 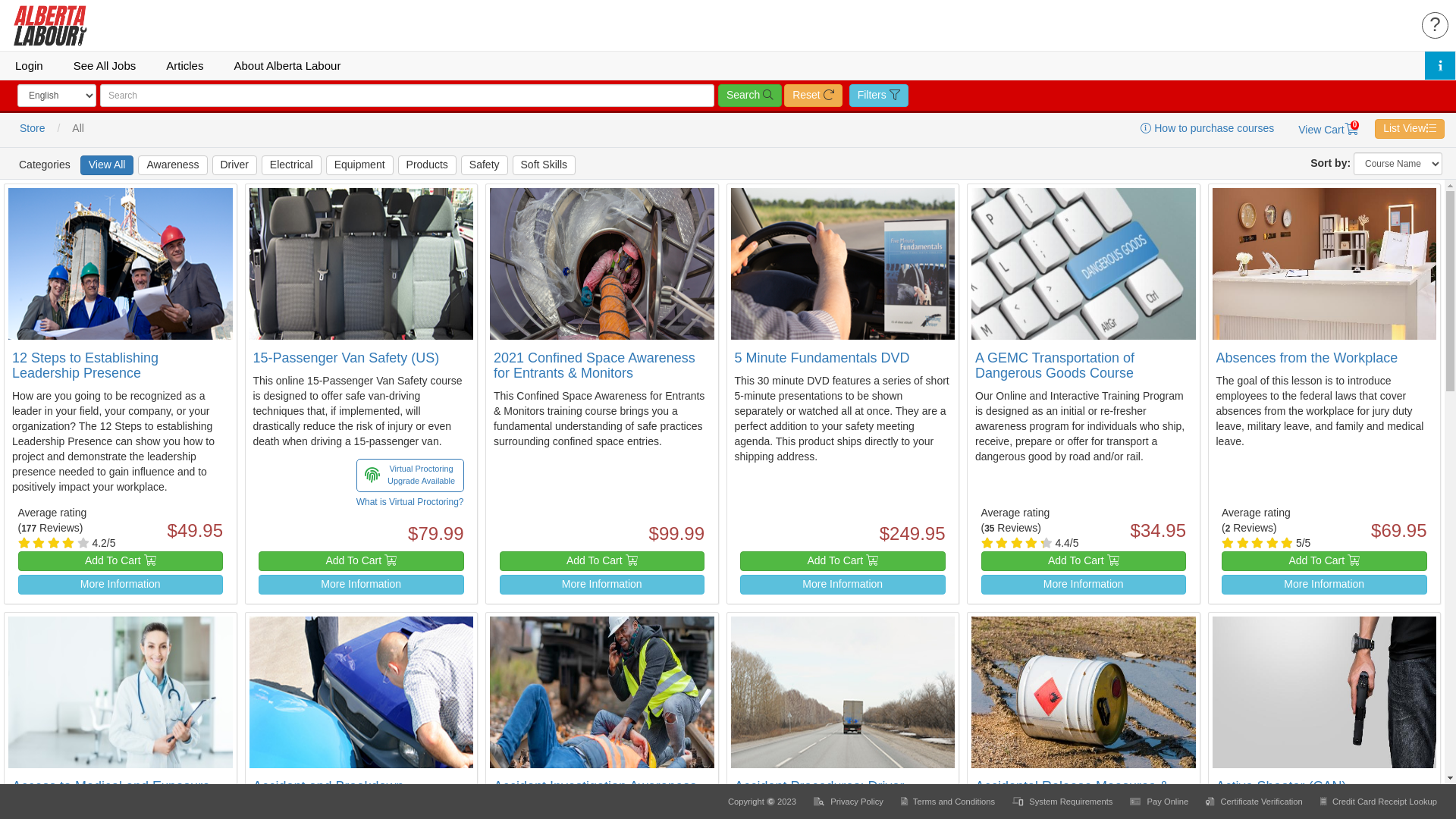 I want to click on '2021 Confined Space Awareness for Entrants & Monitors', so click(x=494, y=366).